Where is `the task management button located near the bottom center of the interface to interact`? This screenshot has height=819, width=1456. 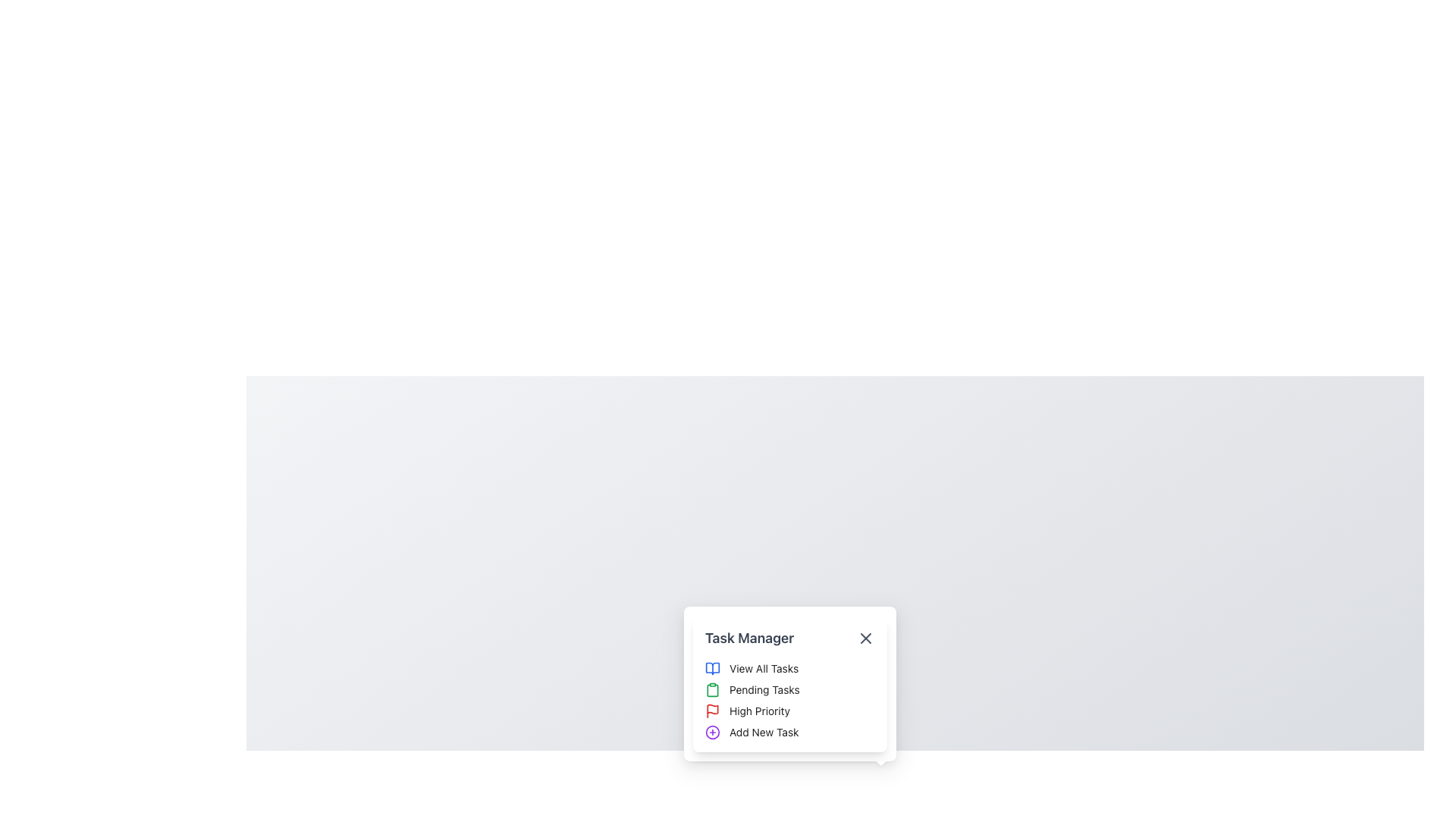 the task management button located near the bottom center of the interface to interact is located at coordinates (834, 785).